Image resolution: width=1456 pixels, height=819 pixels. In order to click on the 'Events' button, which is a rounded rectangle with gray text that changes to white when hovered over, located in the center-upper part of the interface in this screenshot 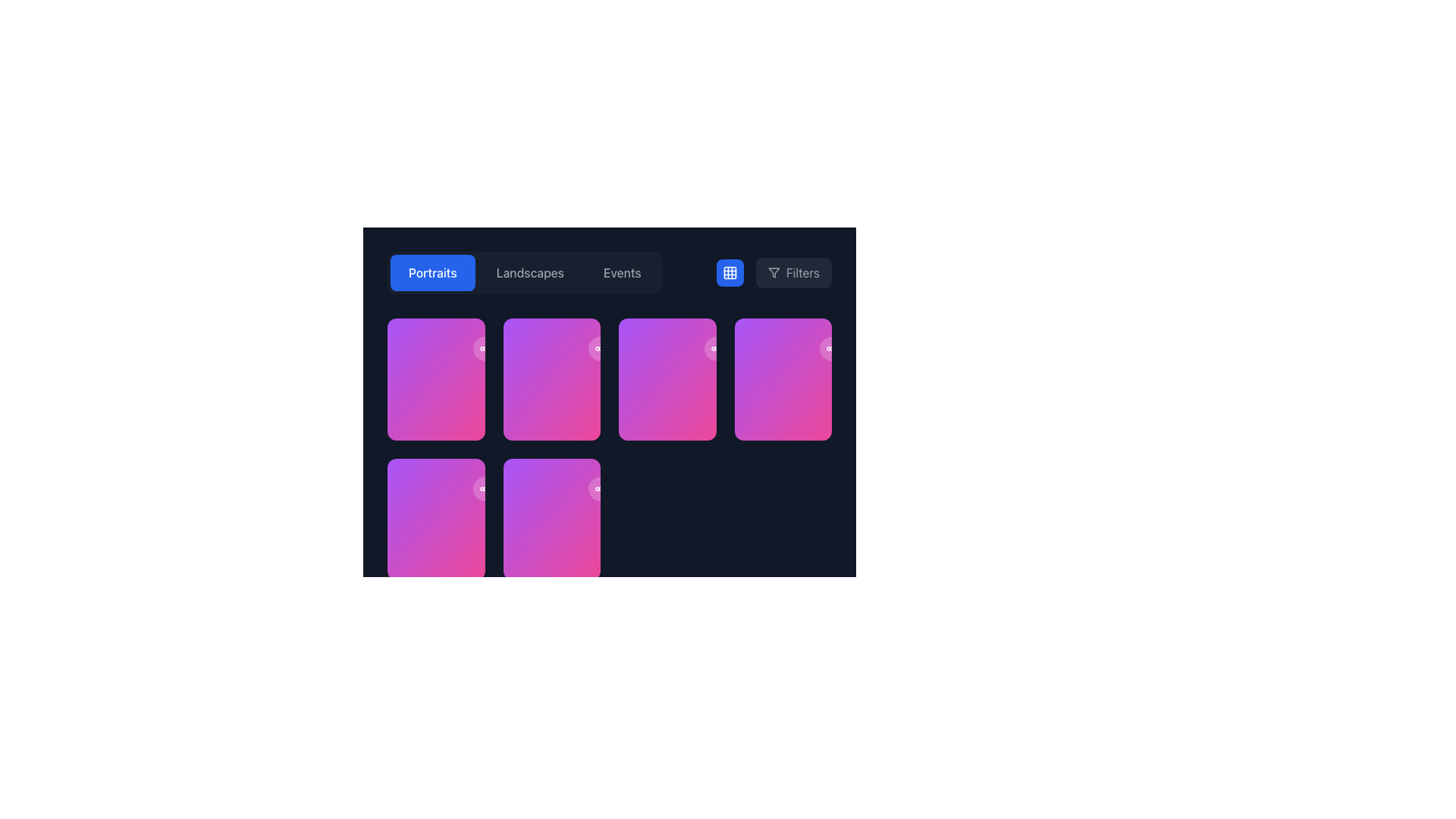, I will do `click(622, 271)`.